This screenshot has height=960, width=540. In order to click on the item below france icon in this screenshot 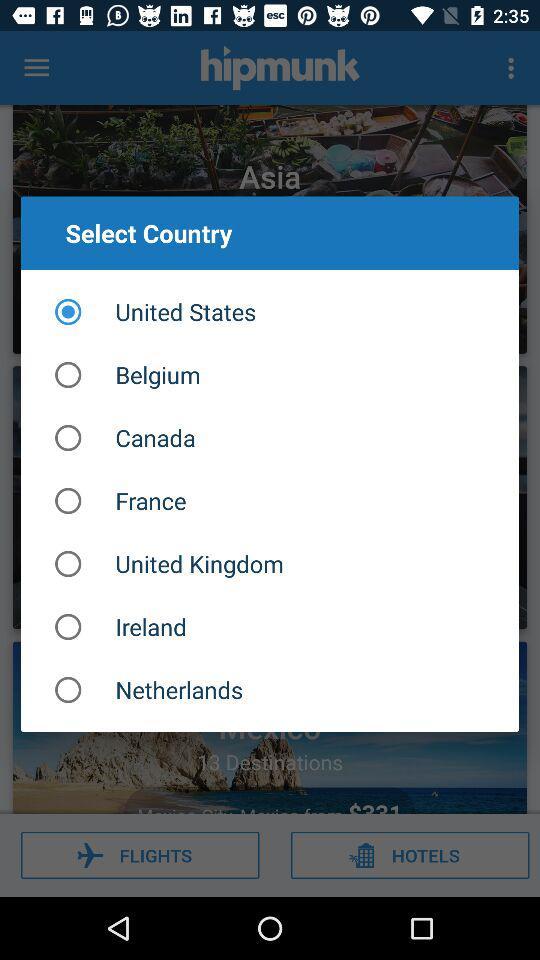, I will do `click(270, 564)`.